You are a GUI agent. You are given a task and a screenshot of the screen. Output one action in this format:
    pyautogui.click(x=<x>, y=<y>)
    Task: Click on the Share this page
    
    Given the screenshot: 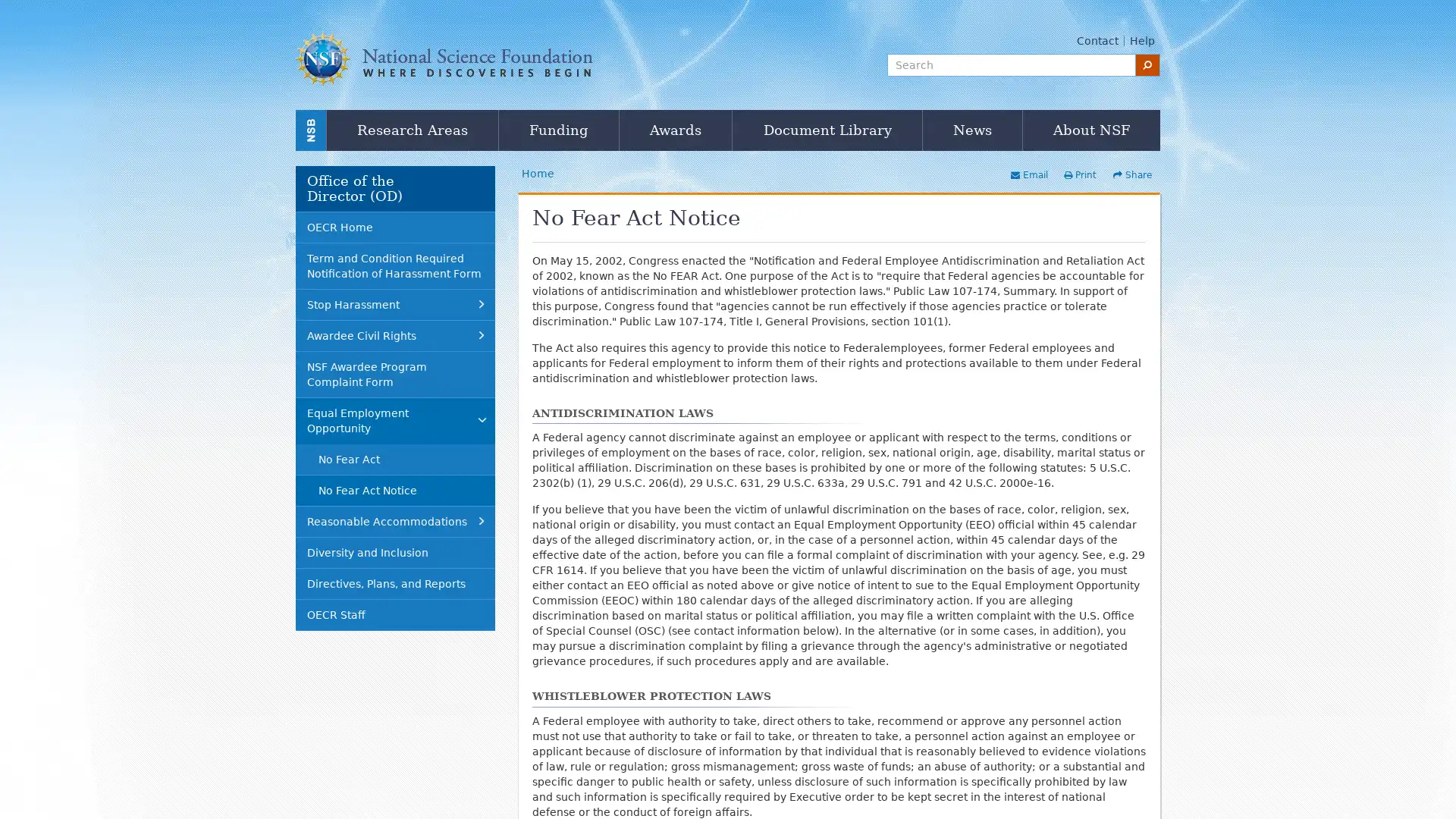 What is the action you would take?
    pyautogui.click(x=1131, y=174)
    